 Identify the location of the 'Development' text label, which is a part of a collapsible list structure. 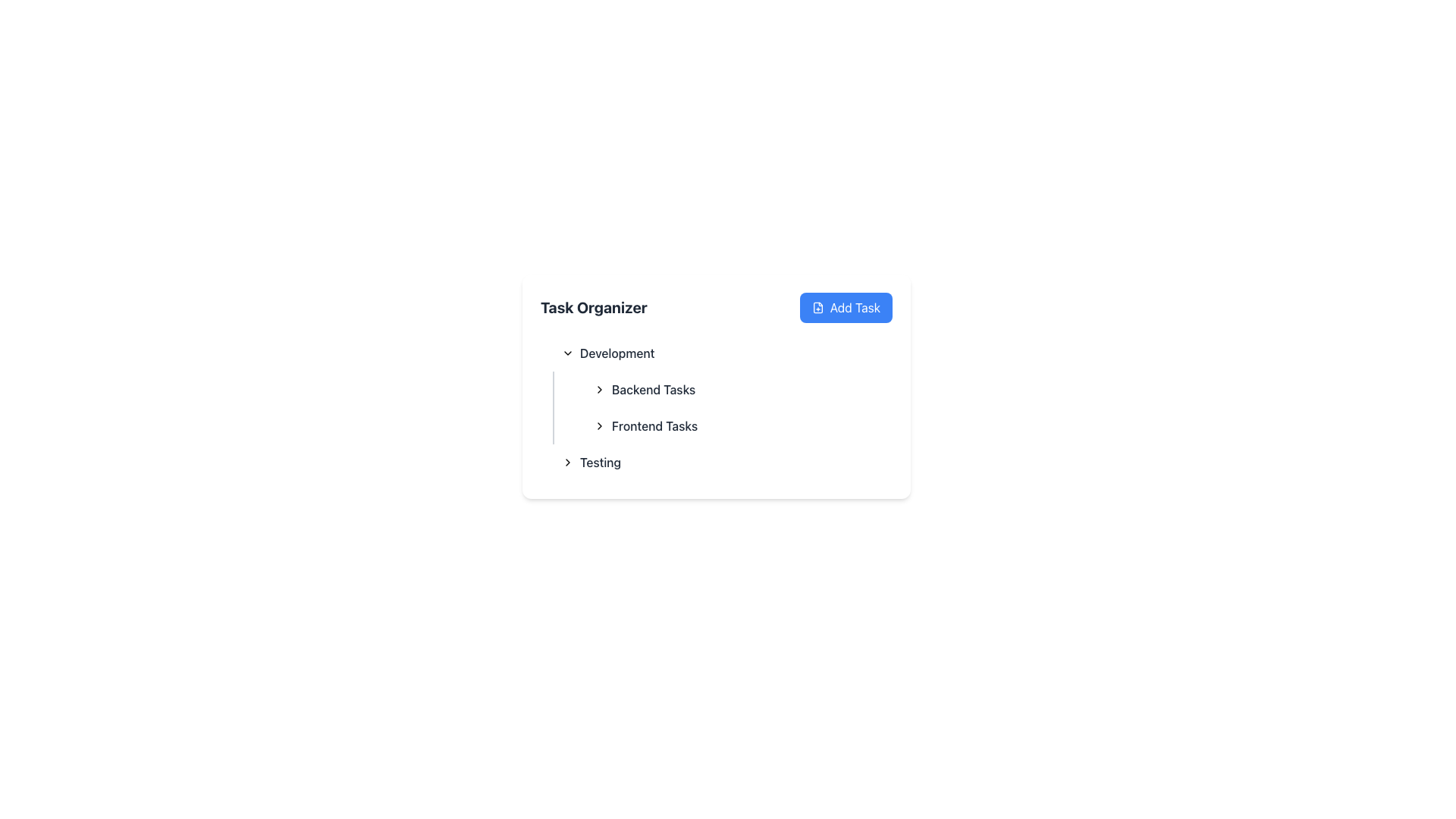
(617, 353).